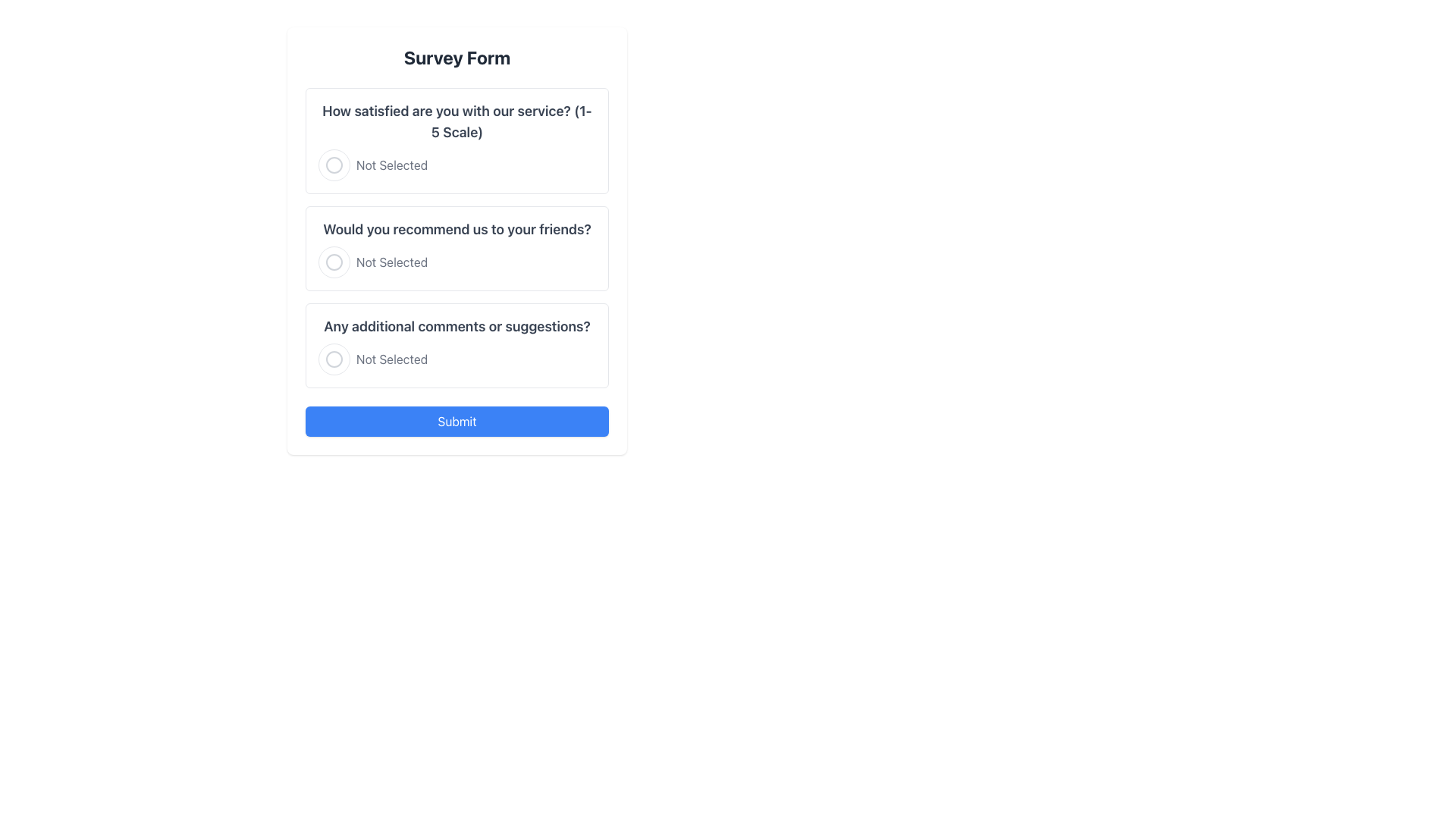  What do you see at coordinates (392, 165) in the screenshot?
I see `the text label indicating the current state of the option for the question 'How satisfied are you with our service? (1-5 Scale)', located on the right-hand side of the selection circle` at bounding box center [392, 165].